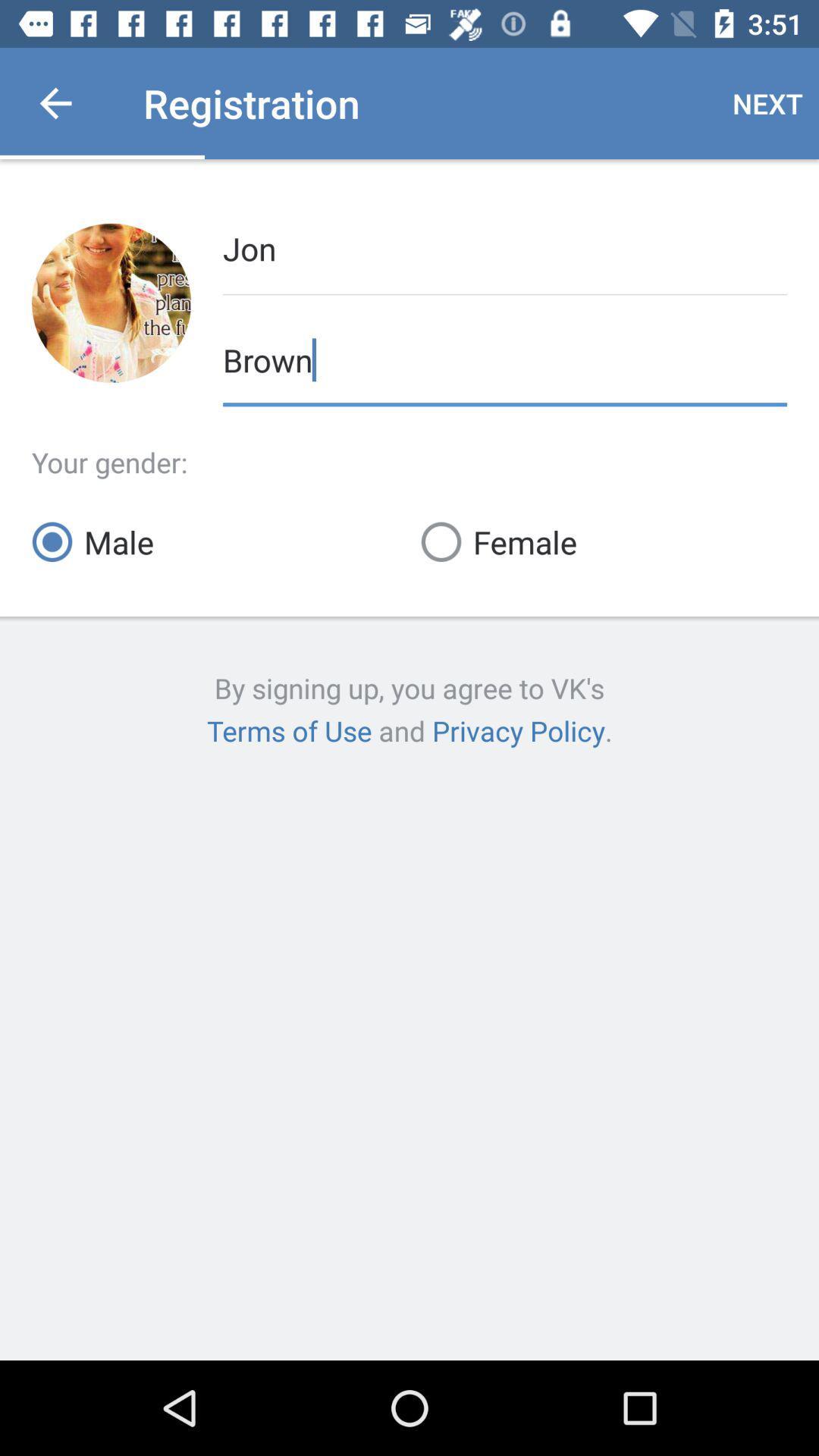 The image size is (819, 1456). Describe the element at coordinates (767, 102) in the screenshot. I see `the next icon` at that location.